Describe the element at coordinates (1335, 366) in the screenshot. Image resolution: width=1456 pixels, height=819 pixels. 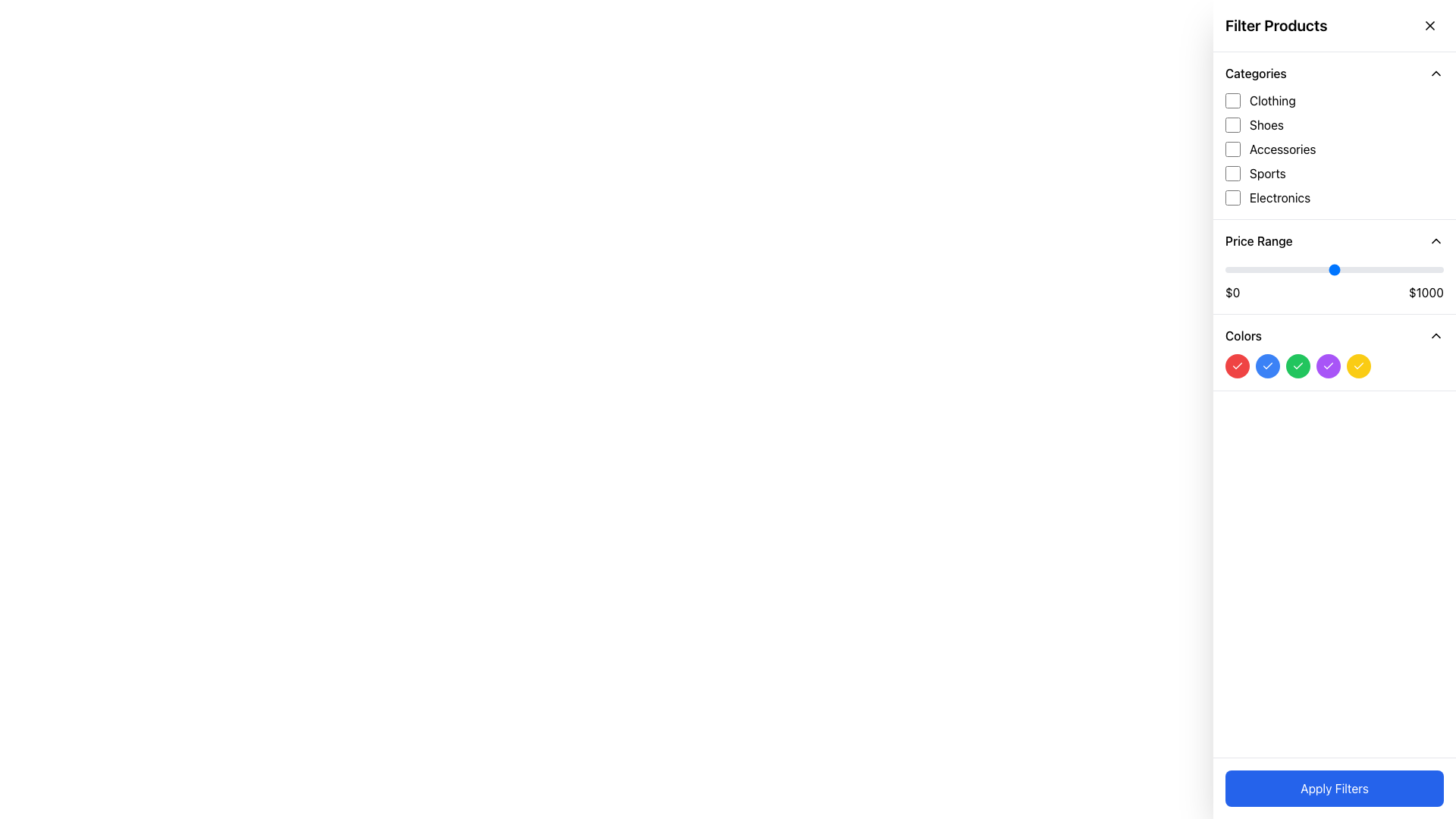
I see `the Interactive color option group composed of circular buttons filled with distinct colors and a centered white checkmark, located under the 'Colors' section in the right-hand side filter panel` at that location.